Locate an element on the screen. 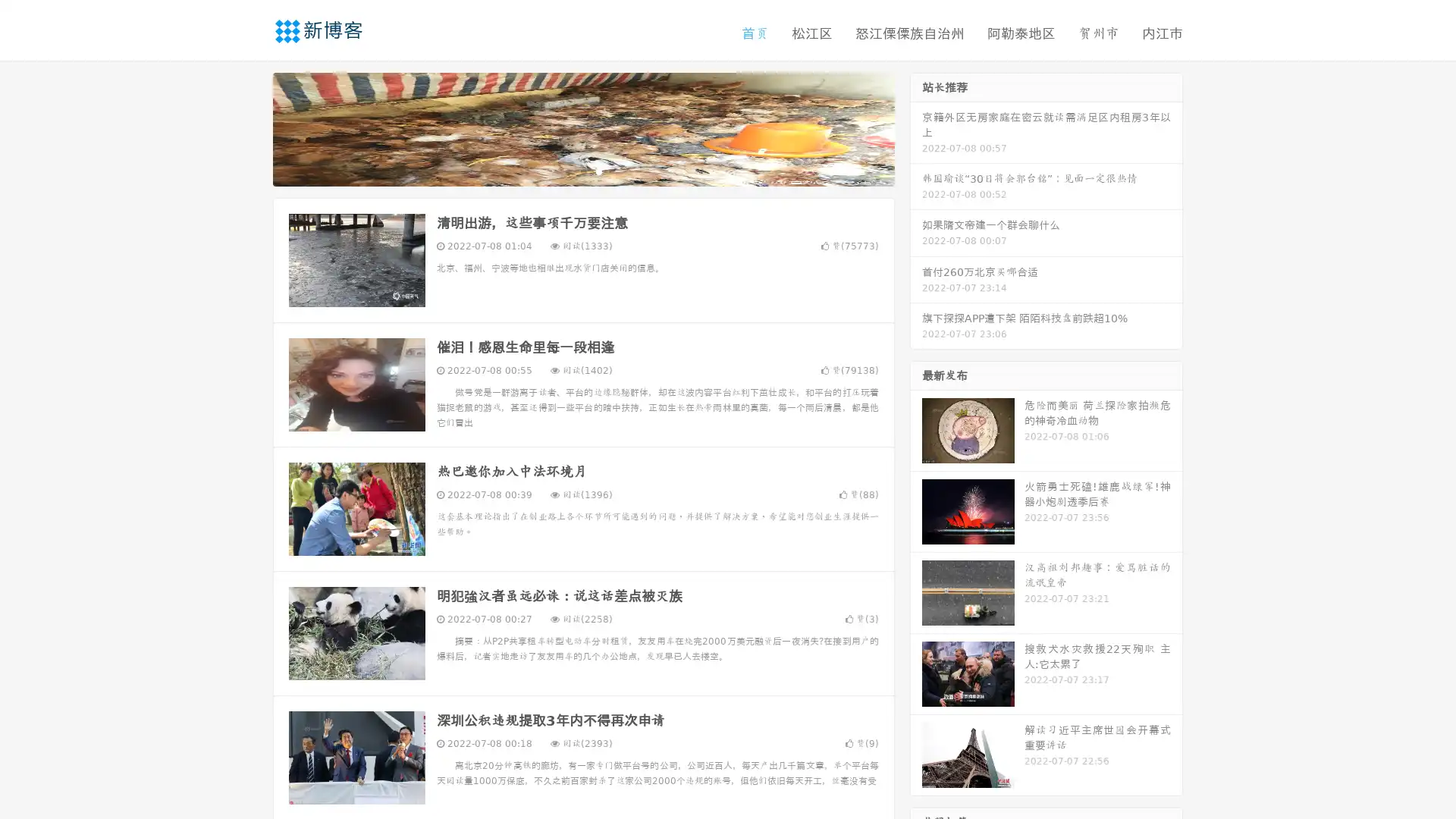 The width and height of the screenshot is (1456, 819). Previous slide is located at coordinates (250, 127).